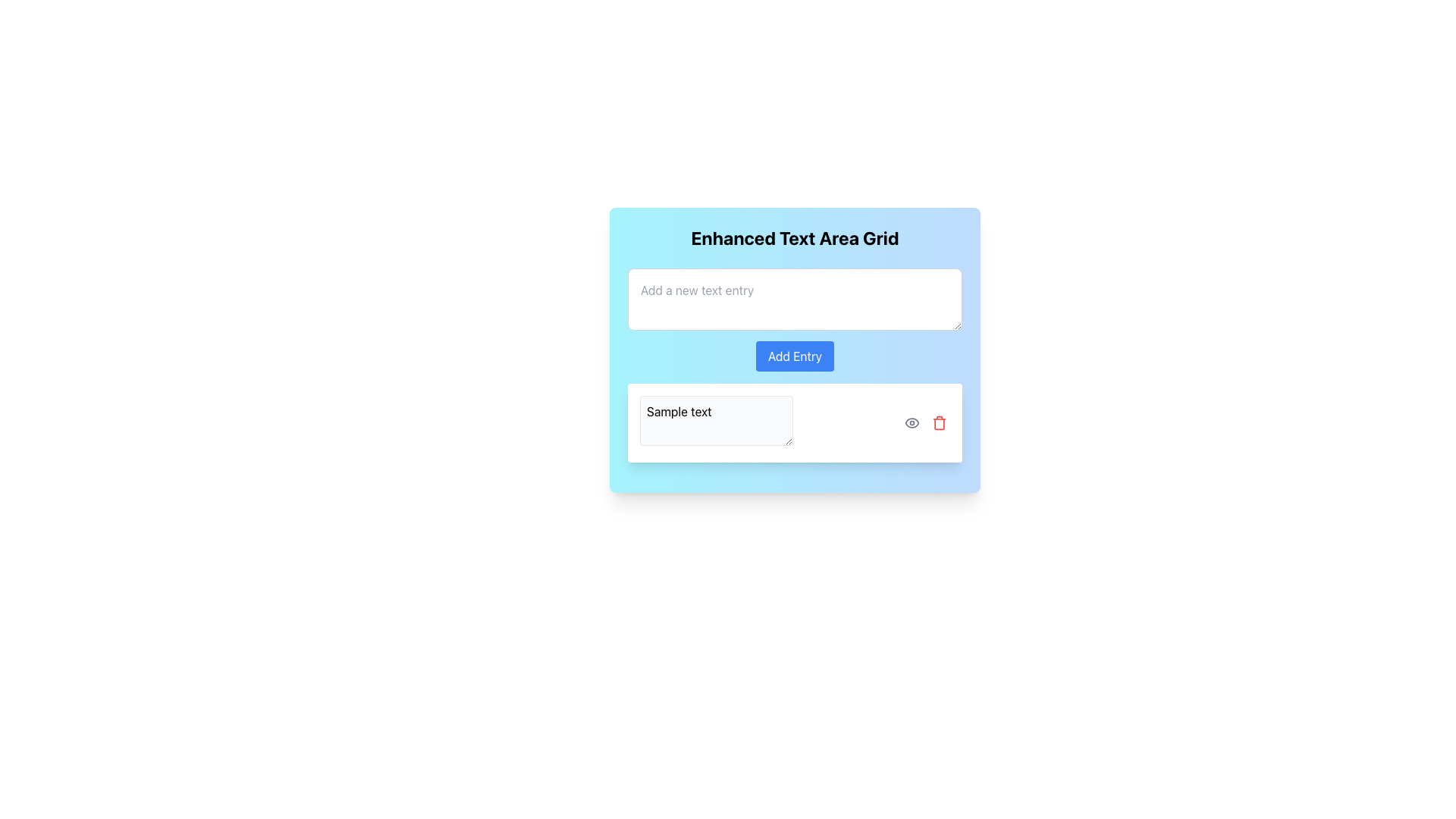 Image resolution: width=1456 pixels, height=819 pixels. I want to click on the red trash can delete button to observe its hover effects, so click(938, 423).